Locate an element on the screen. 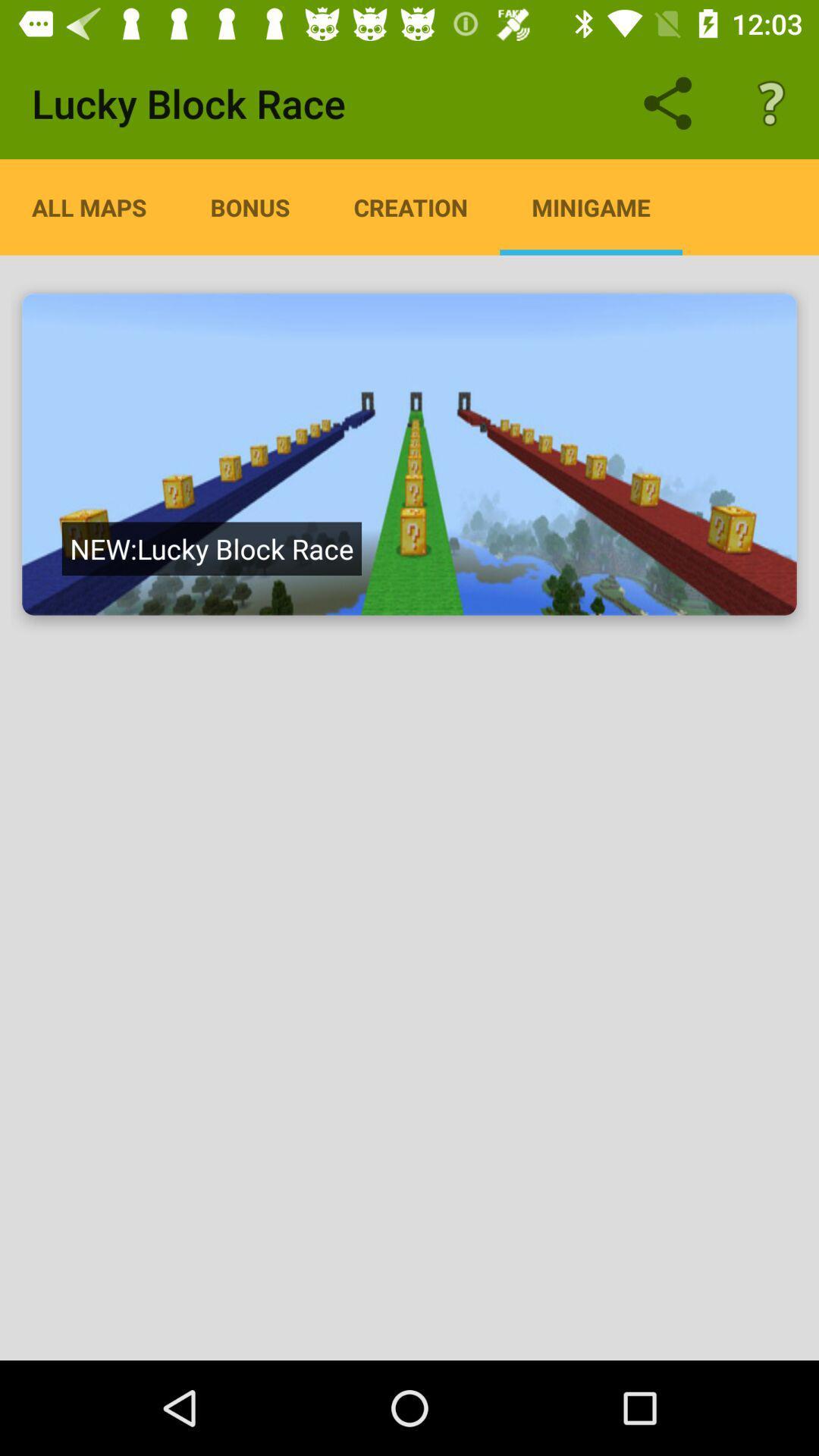 This screenshot has height=1456, width=819. minigame app is located at coordinates (590, 206).